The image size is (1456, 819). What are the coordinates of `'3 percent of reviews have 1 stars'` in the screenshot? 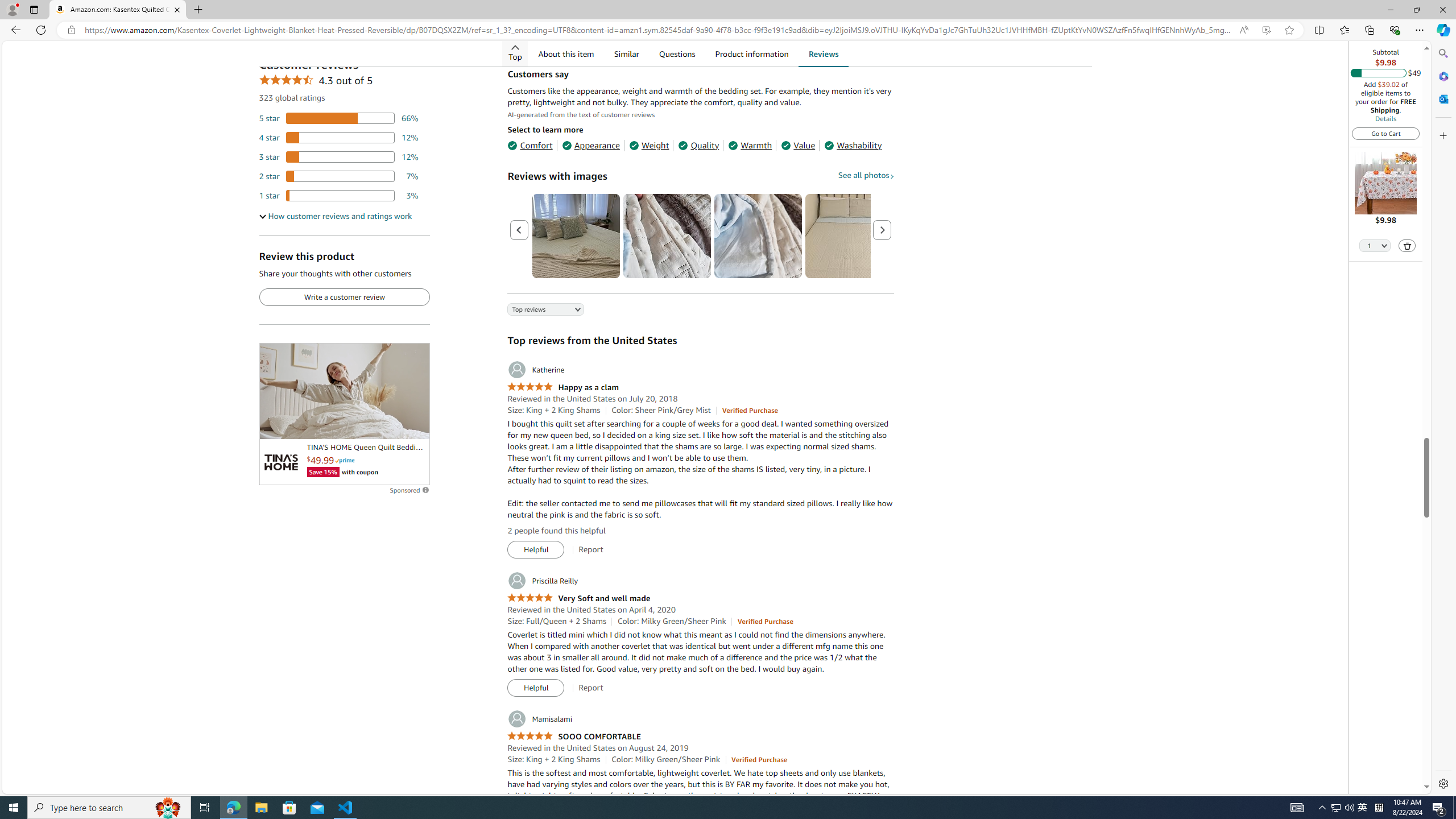 It's located at (338, 195).